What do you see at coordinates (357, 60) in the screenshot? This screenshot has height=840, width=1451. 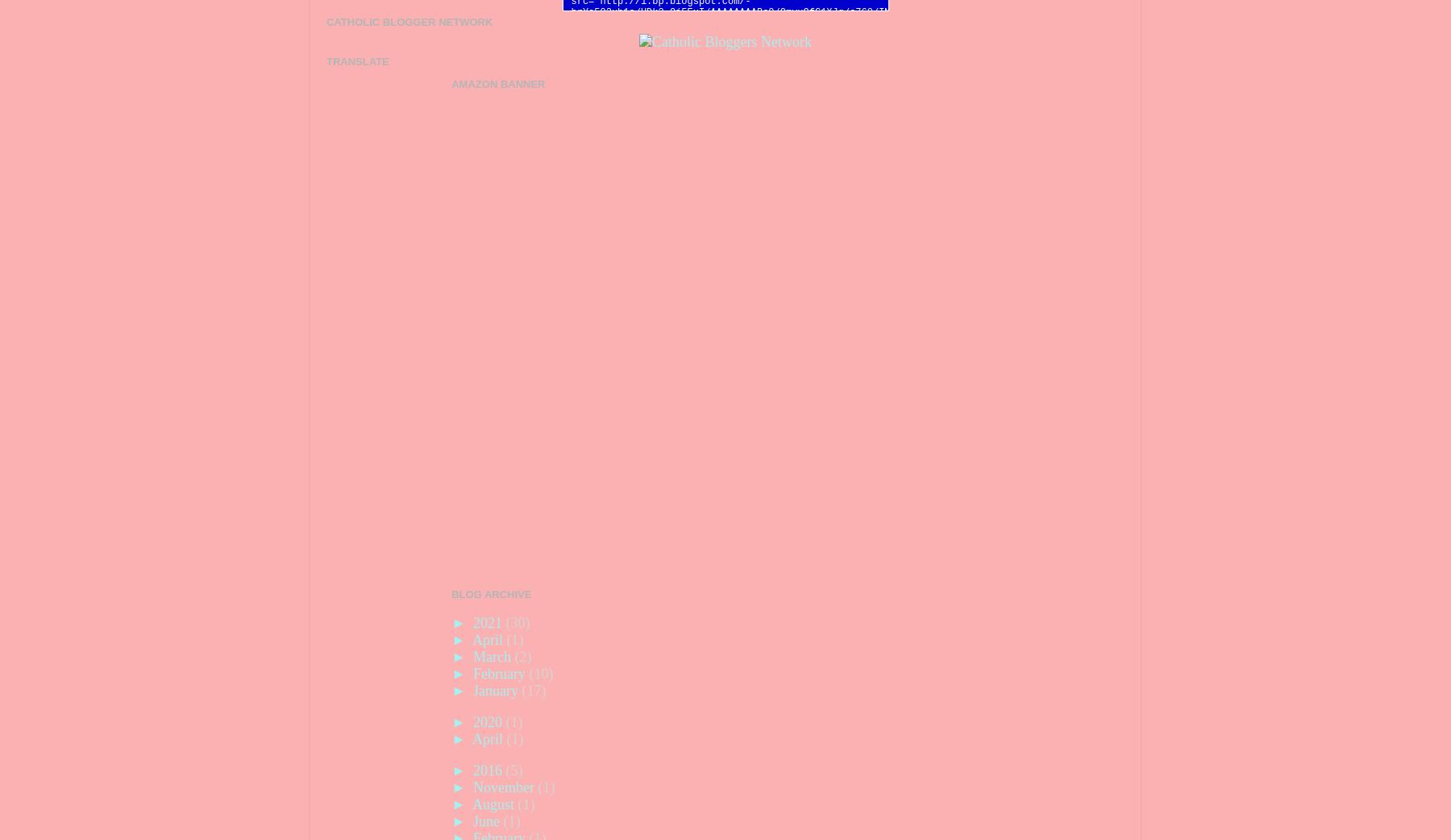 I see `'Translate'` at bounding box center [357, 60].